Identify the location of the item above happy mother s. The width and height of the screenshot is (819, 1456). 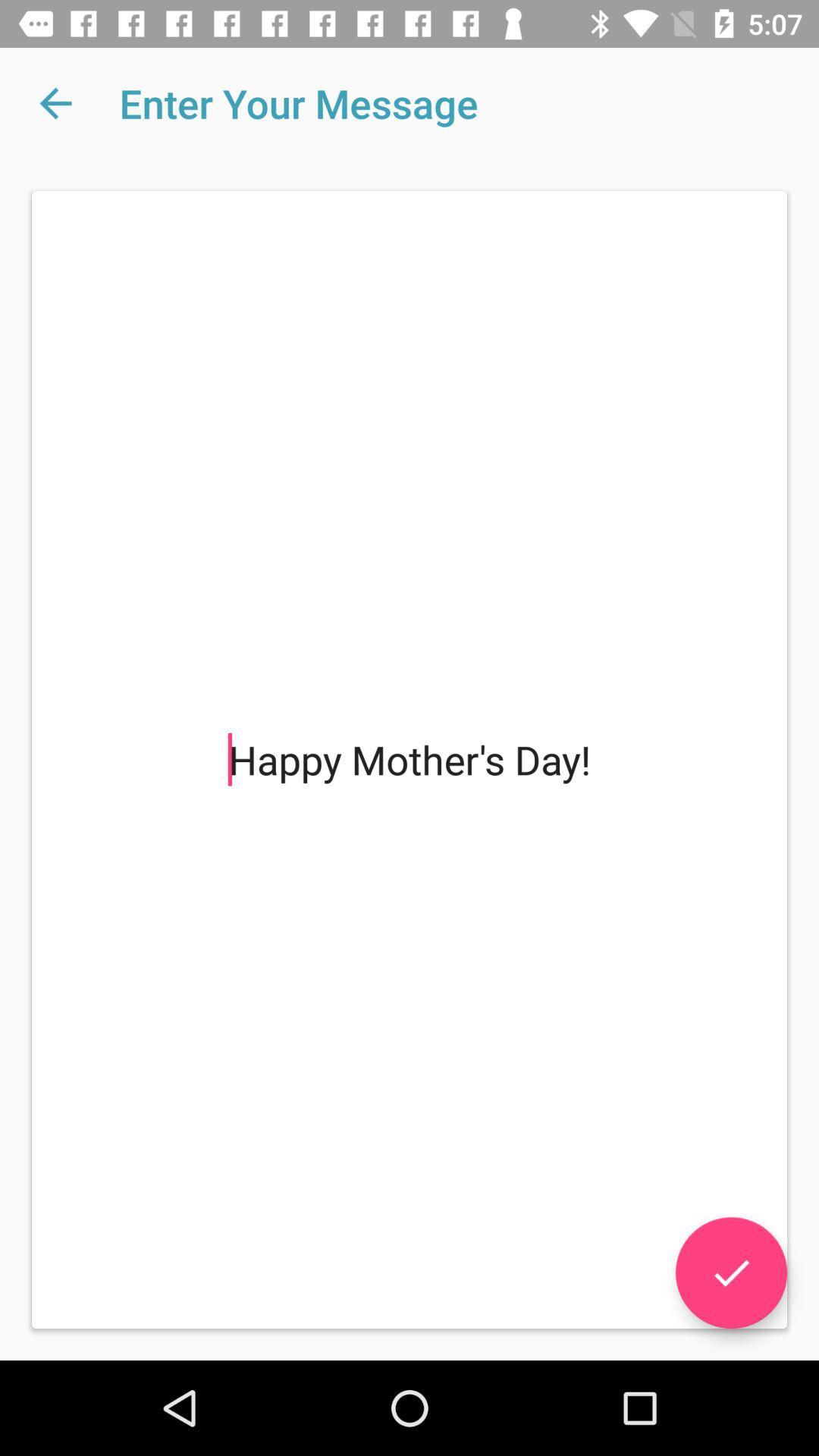
(55, 102).